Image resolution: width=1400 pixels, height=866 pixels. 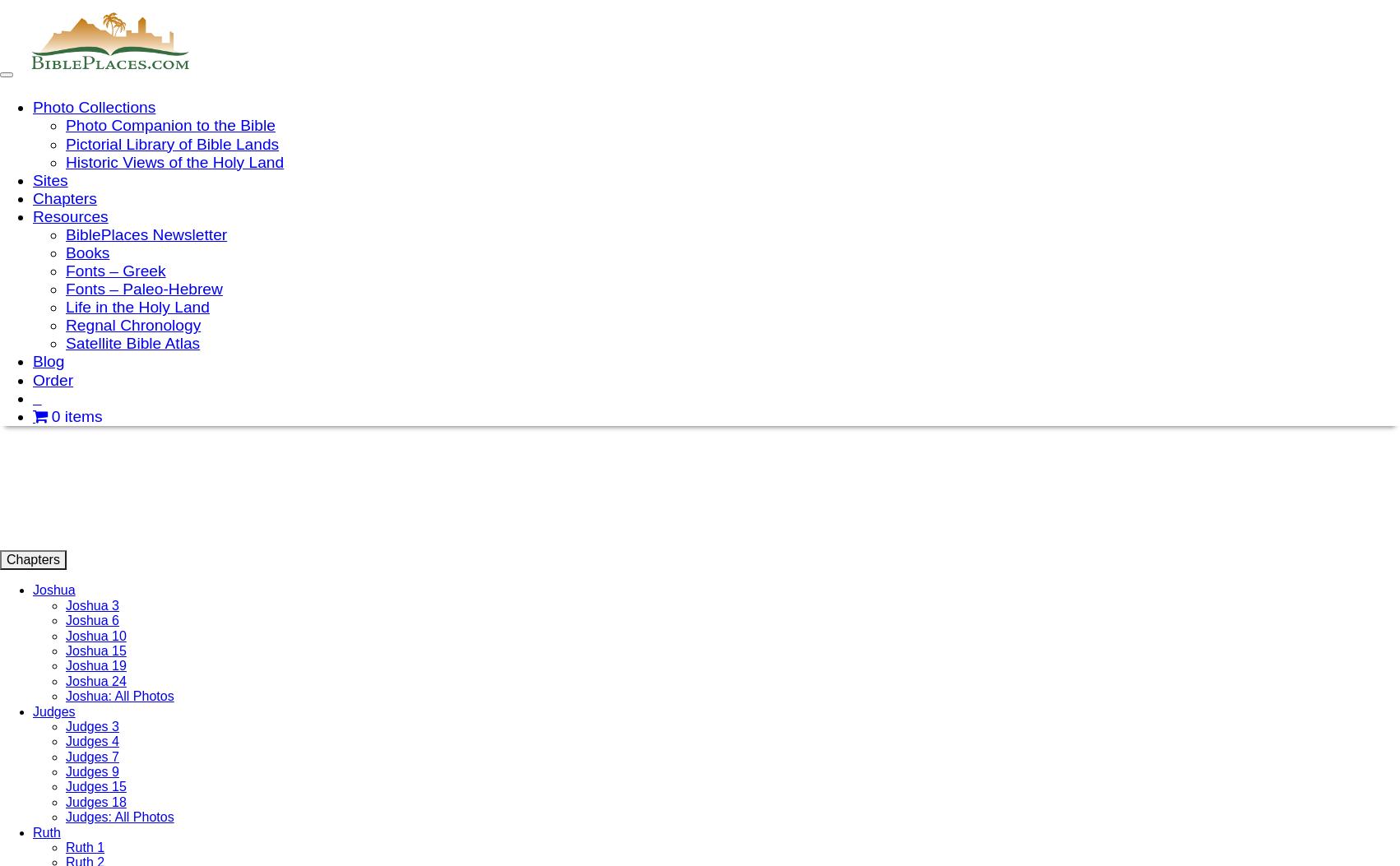 I want to click on 'Judges: All Photos', so click(x=118, y=817).